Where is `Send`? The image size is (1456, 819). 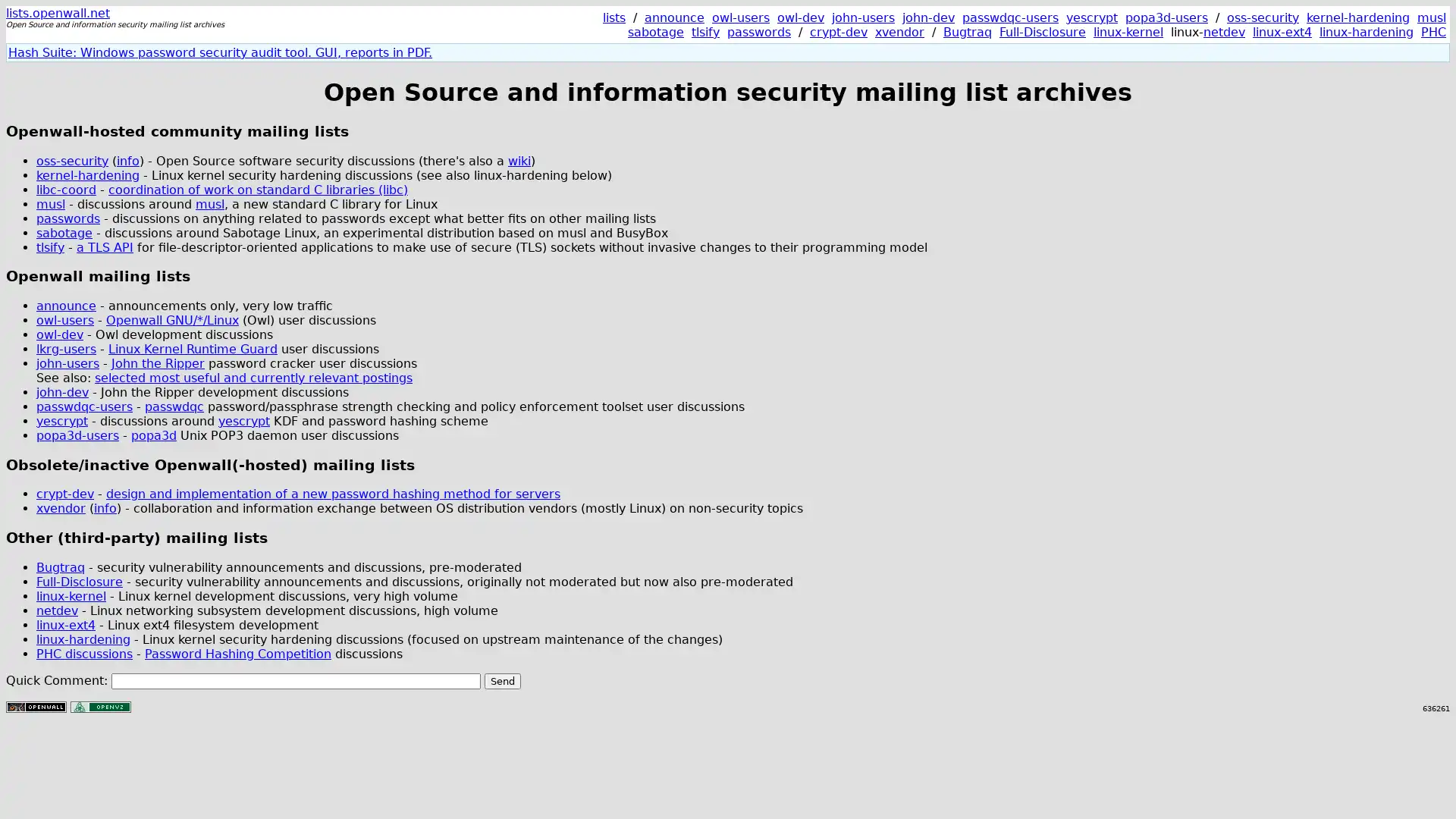 Send is located at coordinates (502, 679).